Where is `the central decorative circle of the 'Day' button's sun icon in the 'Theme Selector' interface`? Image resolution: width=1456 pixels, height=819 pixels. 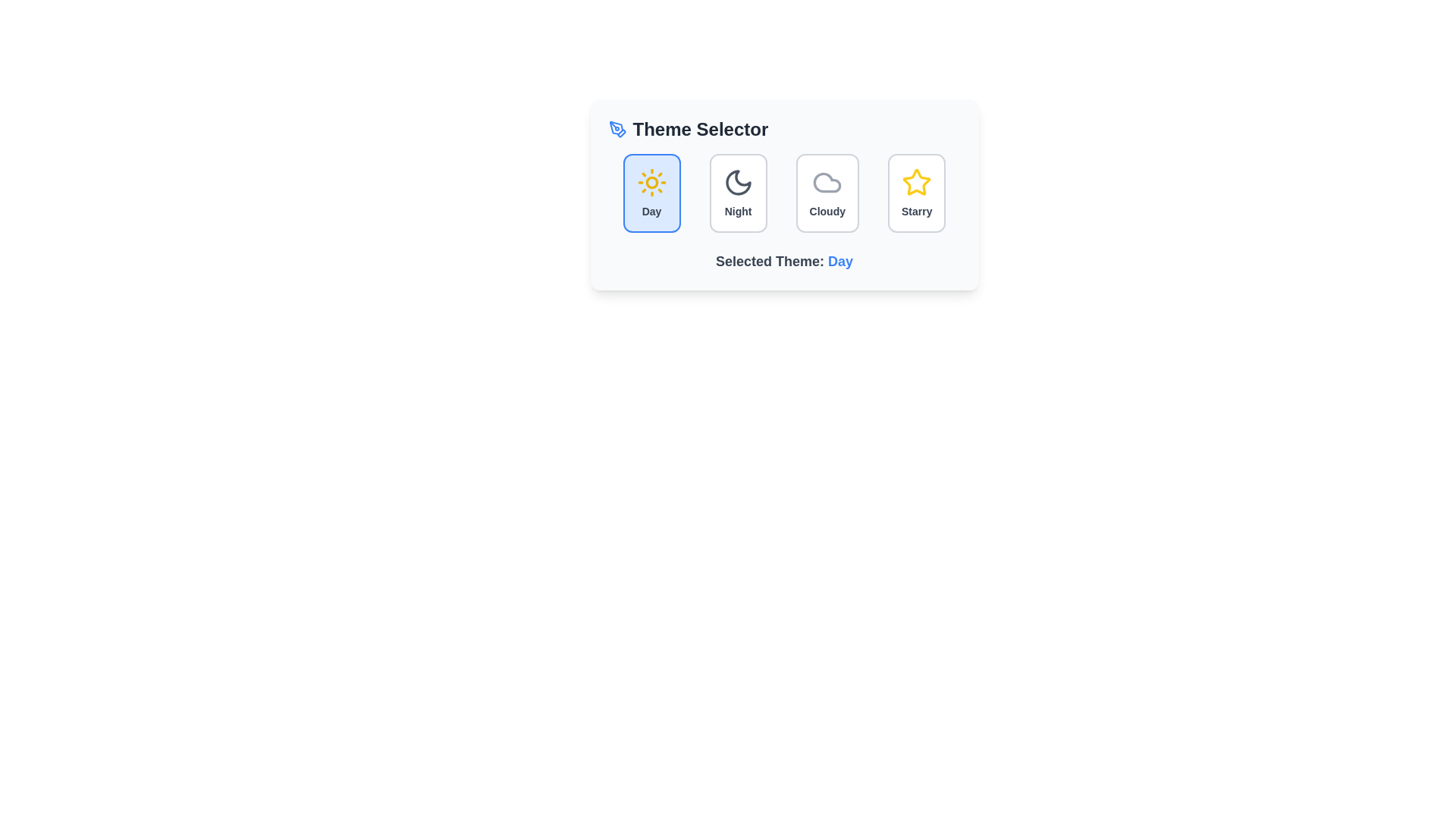 the central decorative circle of the 'Day' button's sun icon in the 'Theme Selector' interface is located at coordinates (651, 181).